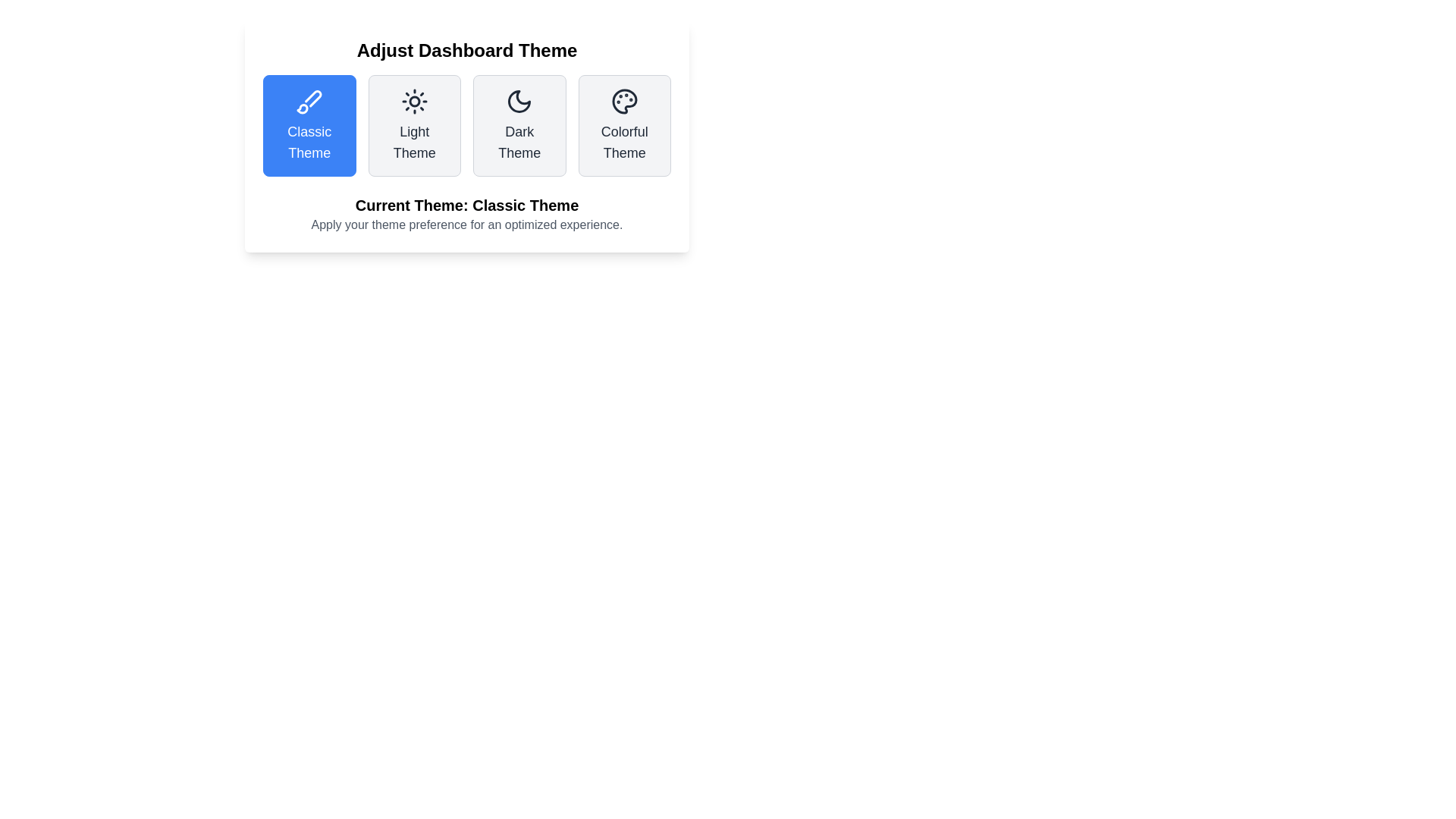 This screenshot has width=1456, height=819. Describe the element at coordinates (624, 102) in the screenshot. I see `the 'Colorful Theme' by clicking on the vibrant theme icon located at the center of its bounding box` at that location.